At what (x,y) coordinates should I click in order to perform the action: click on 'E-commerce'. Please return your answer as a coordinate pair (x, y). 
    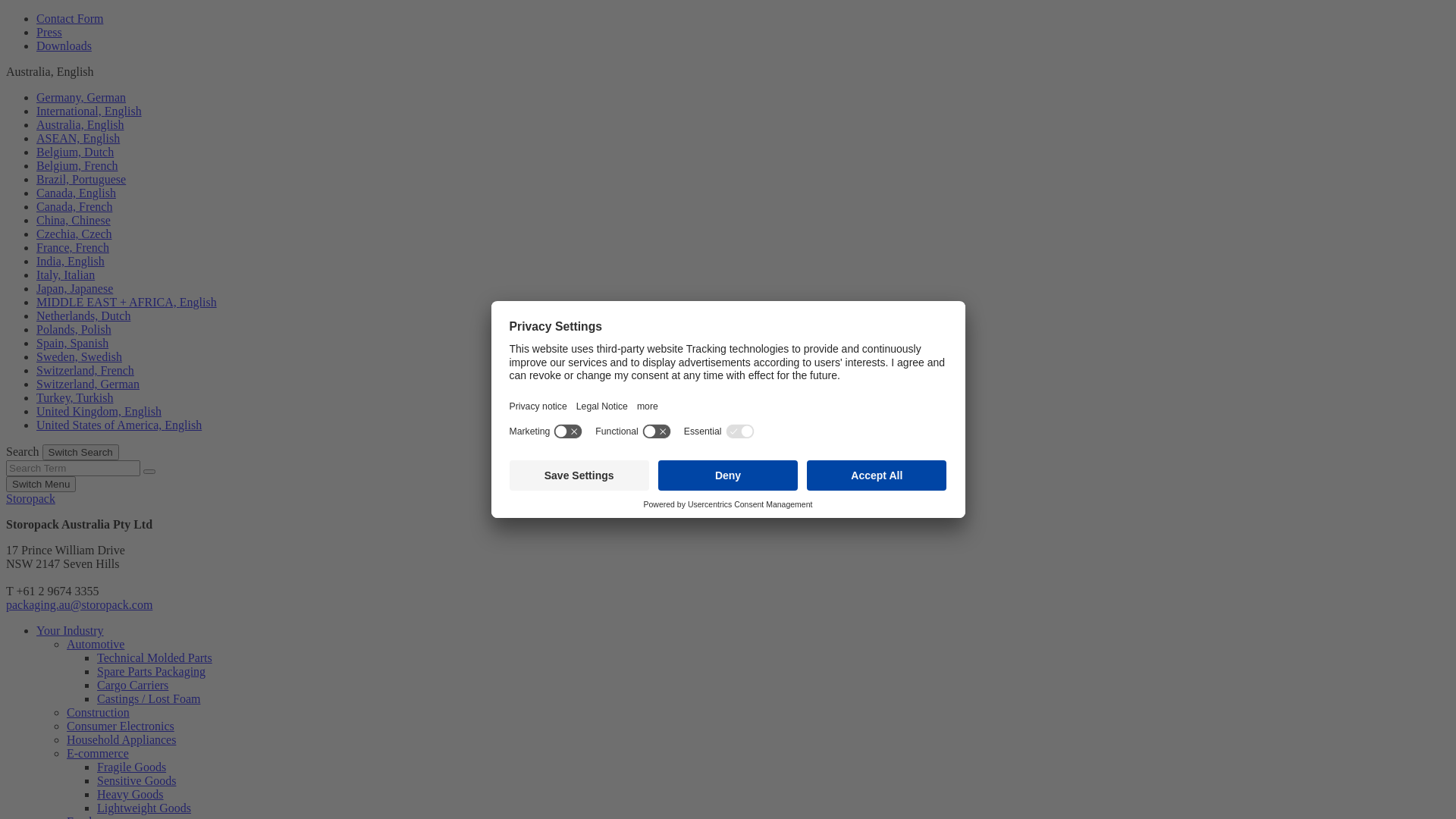
    Looking at the image, I should click on (97, 753).